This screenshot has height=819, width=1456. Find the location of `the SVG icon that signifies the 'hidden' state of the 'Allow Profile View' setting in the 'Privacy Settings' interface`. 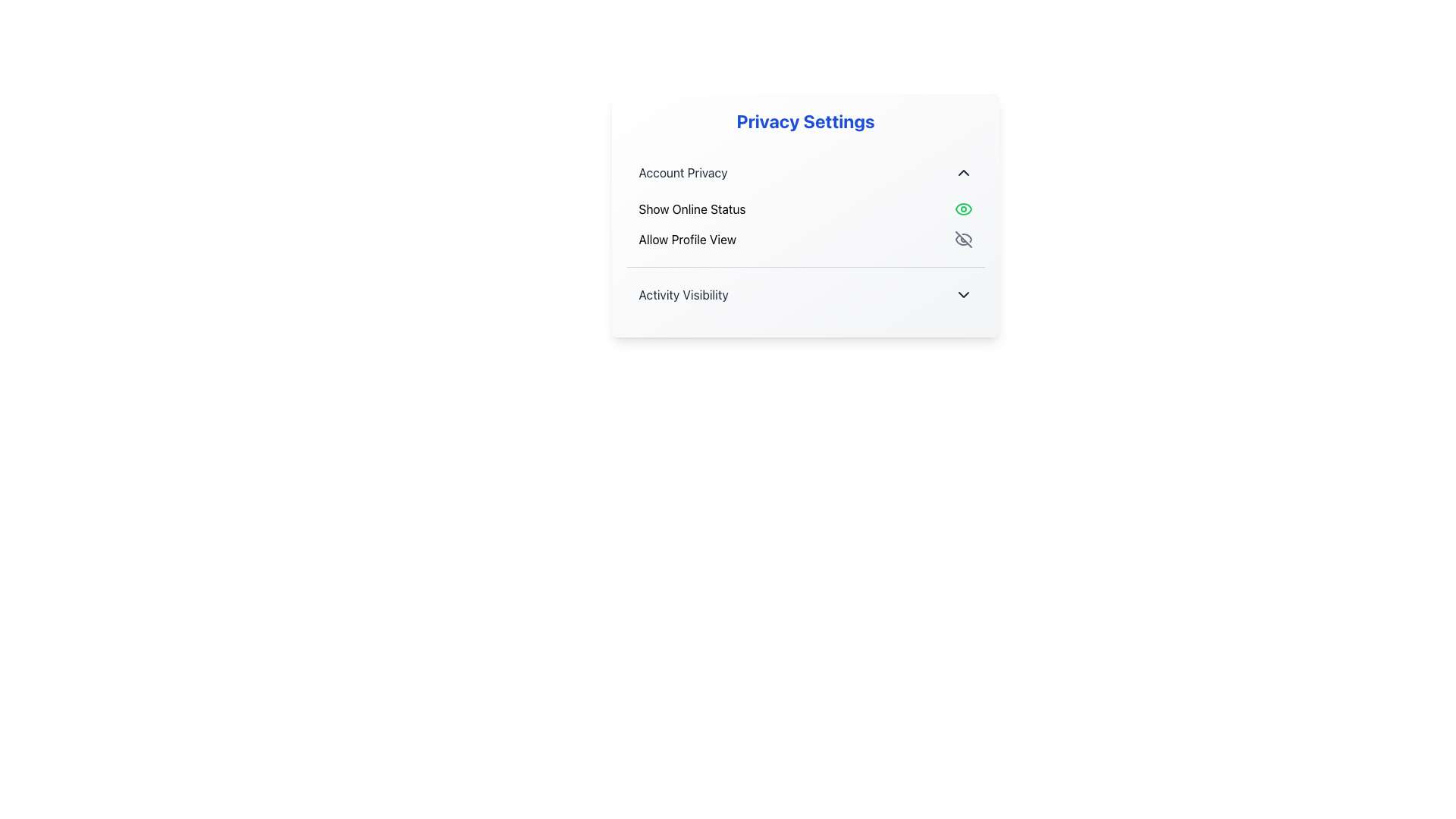

the SVG icon that signifies the 'hidden' state of the 'Allow Profile View' setting in the 'Privacy Settings' interface is located at coordinates (962, 239).